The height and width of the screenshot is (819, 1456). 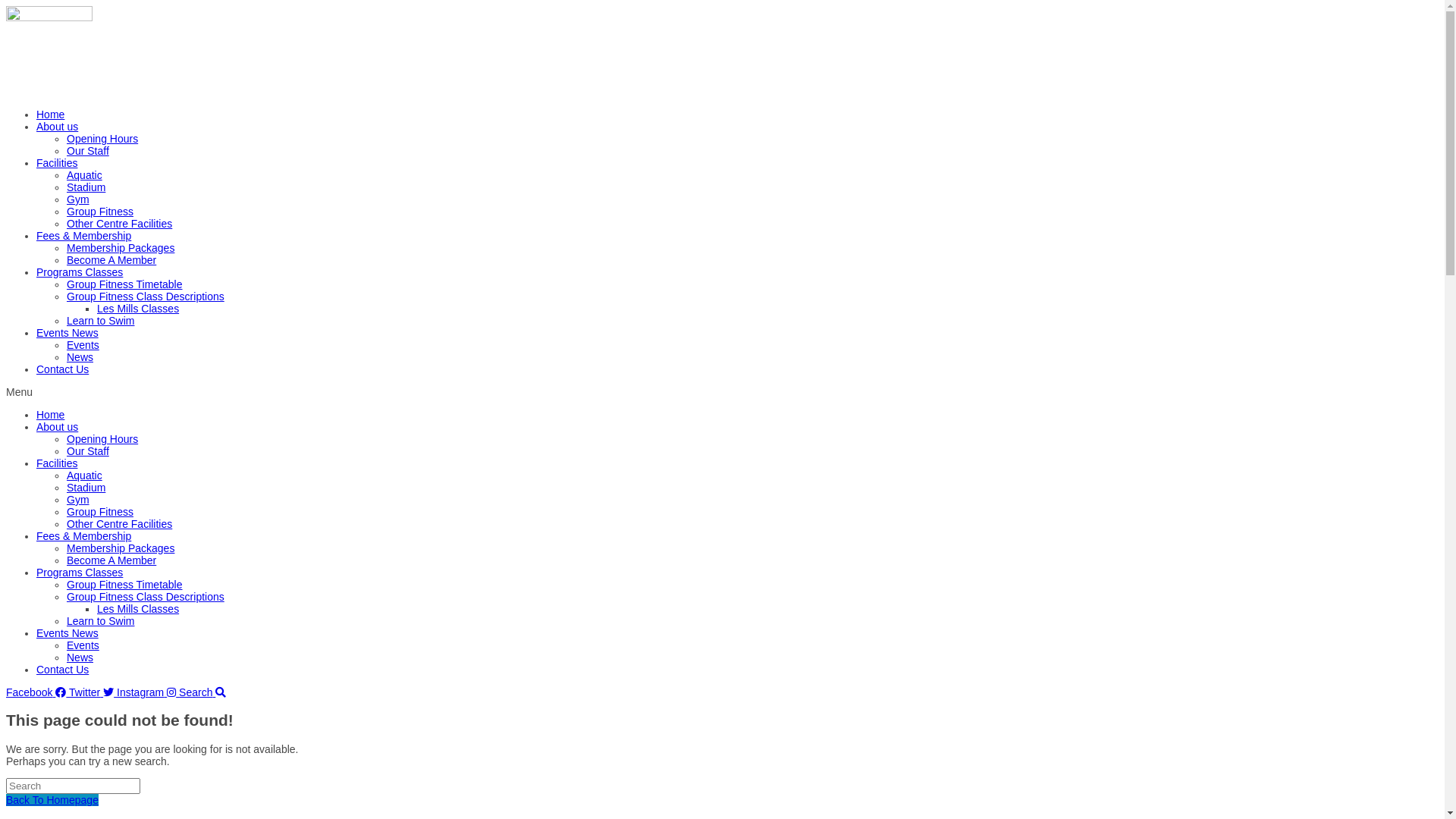 I want to click on 'Learn to Swim', so click(x=99, y=320).